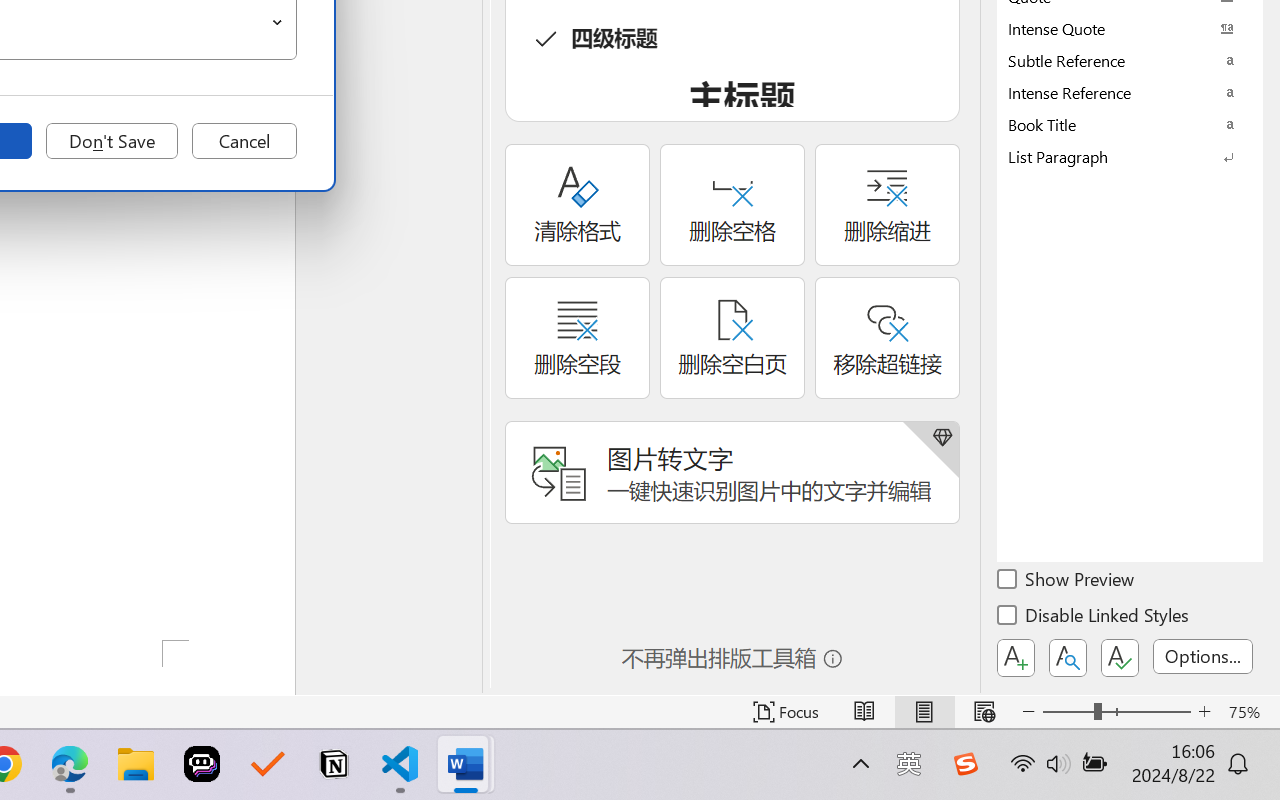 This screenshot has width=1280, height=800. Describe the element at coordinates (1067, 711) in the screenshot. I see `'Zoom Out'` at that location.